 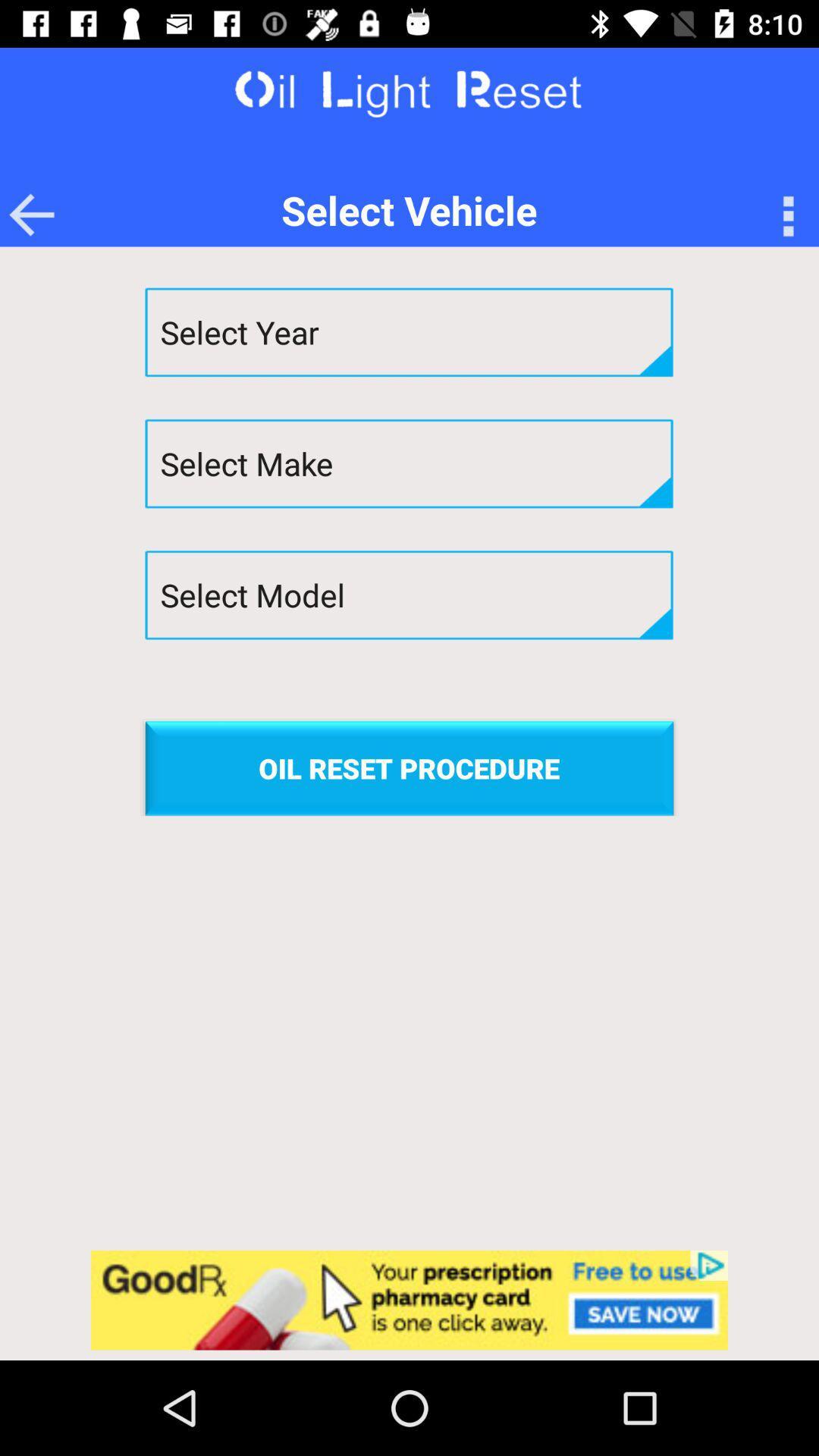 I want to click on the more icon, so click(x=786, y=214).